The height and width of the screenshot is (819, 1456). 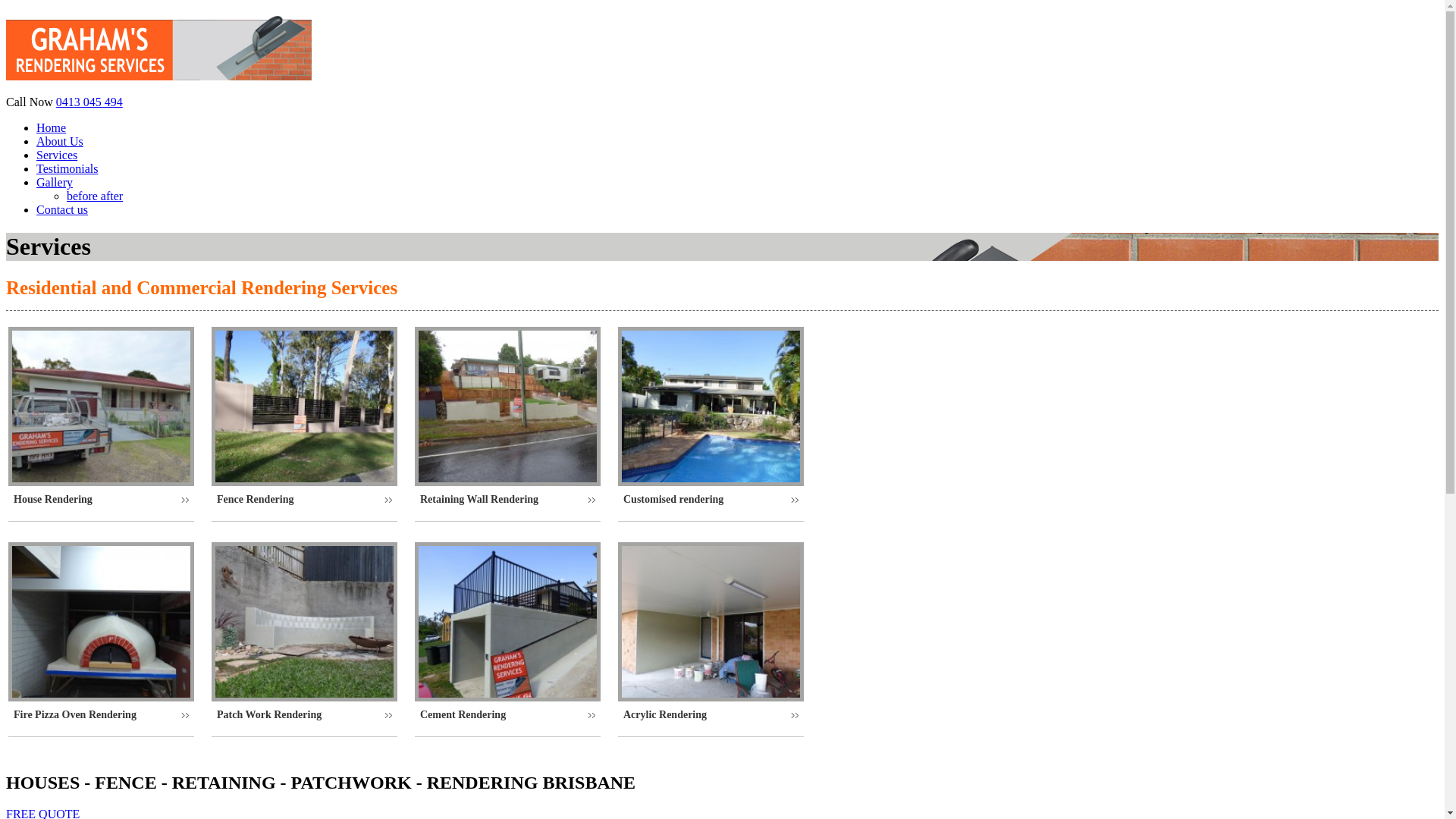 What do you see at coordinates (59, 141) in the screenshot?
I see `'About Us'` at bounding box center [59, 141].